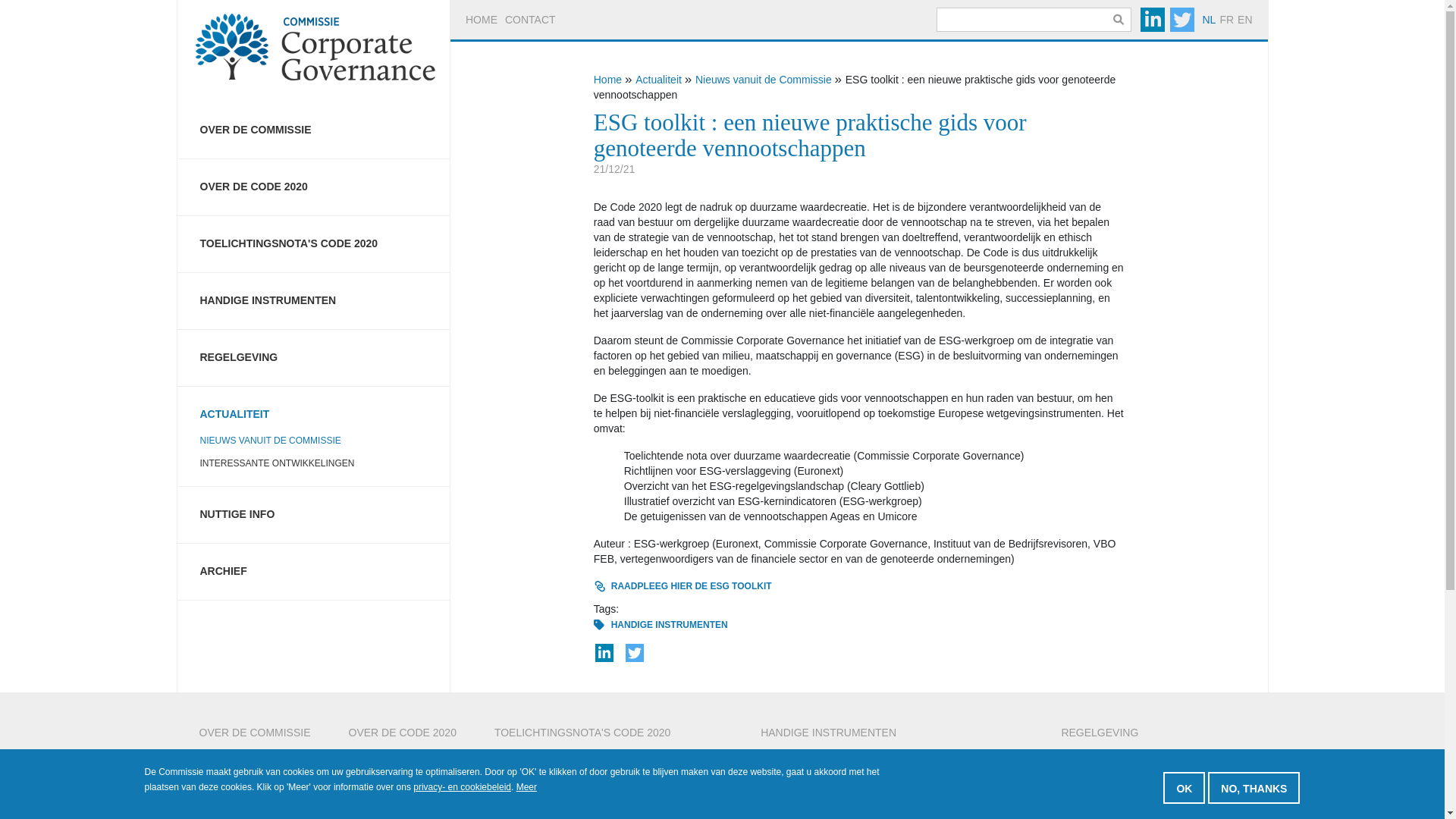 Image resolution: width=1456 pixels, height=819 pixels. What do you see at coordinates (1207, 786) in the screenshot?
I see `'NO, THANKS'` at bounding box center [1207, 786].